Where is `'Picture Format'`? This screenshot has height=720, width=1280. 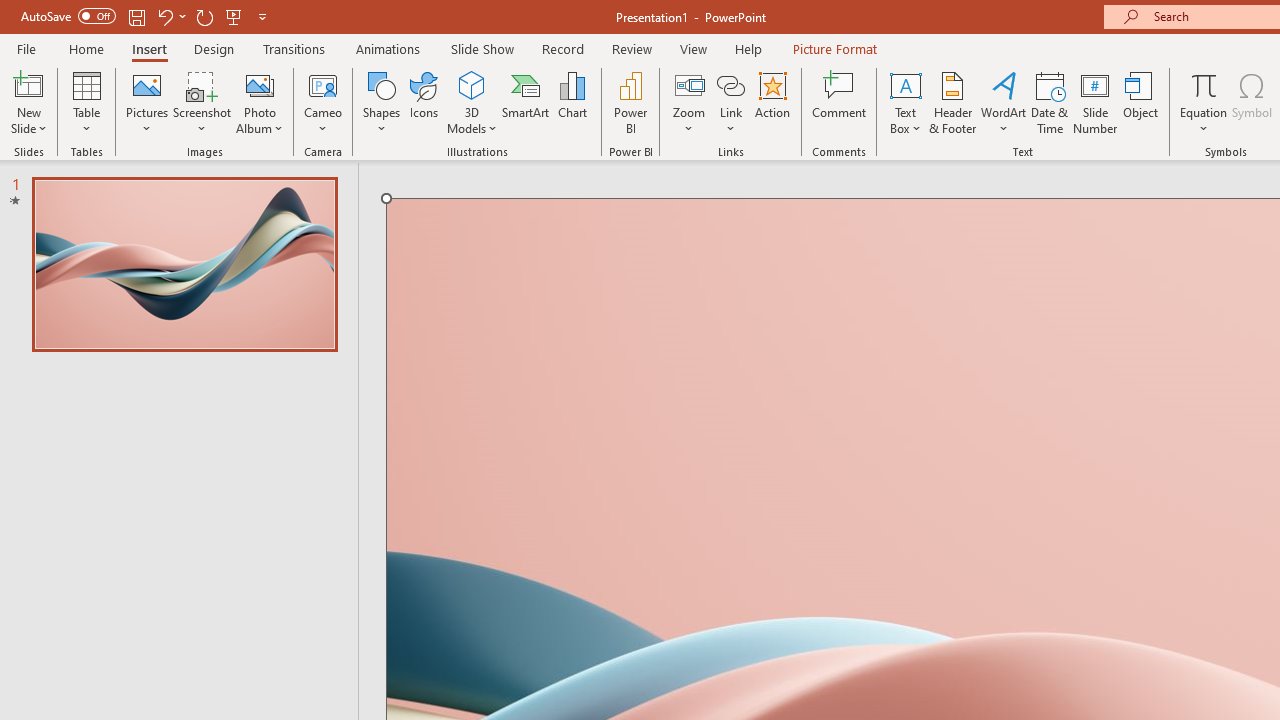
'Picture Format' is located at coordinates (835, 48).